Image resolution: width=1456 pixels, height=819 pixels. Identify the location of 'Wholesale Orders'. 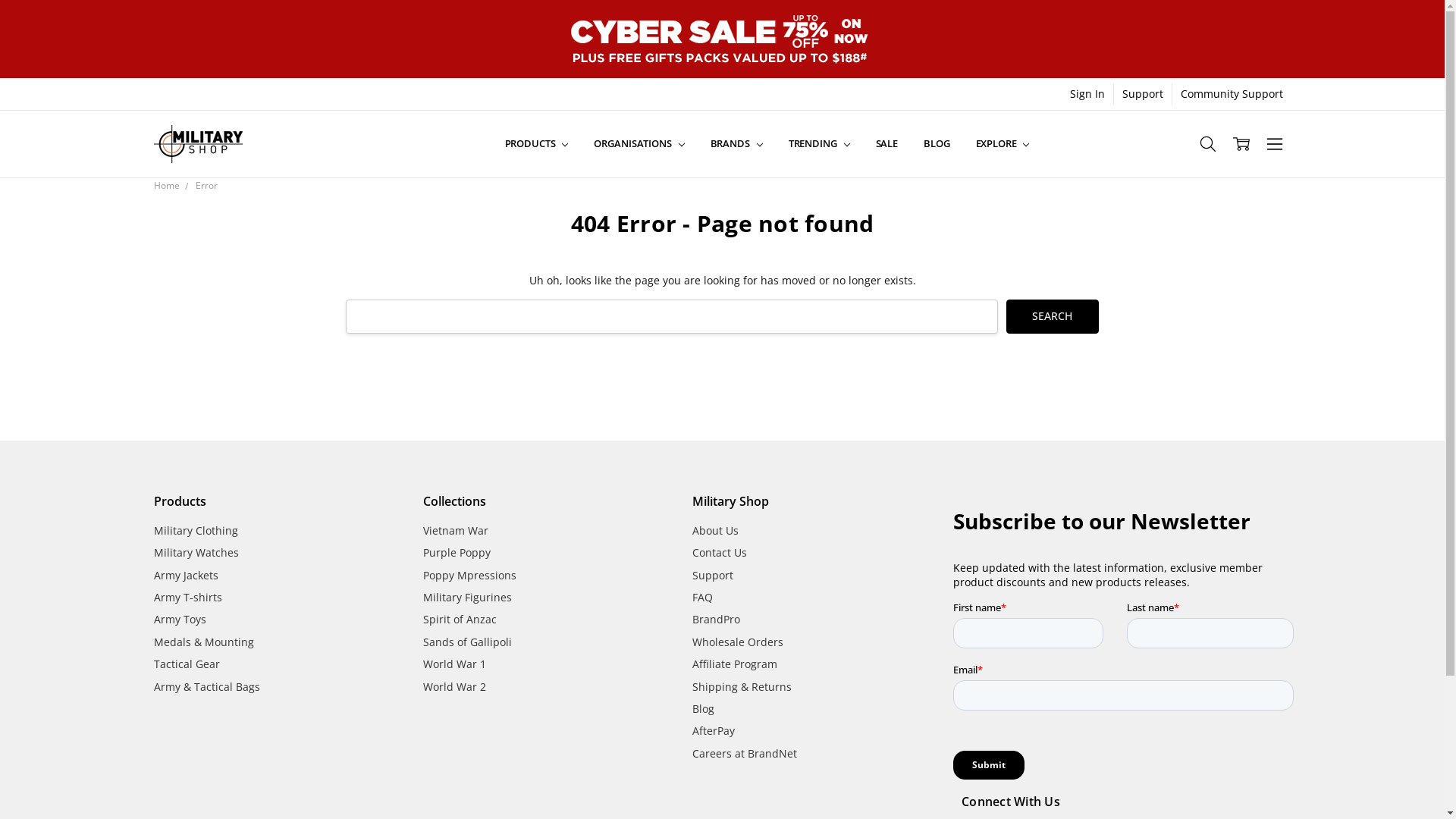
(738, 642).